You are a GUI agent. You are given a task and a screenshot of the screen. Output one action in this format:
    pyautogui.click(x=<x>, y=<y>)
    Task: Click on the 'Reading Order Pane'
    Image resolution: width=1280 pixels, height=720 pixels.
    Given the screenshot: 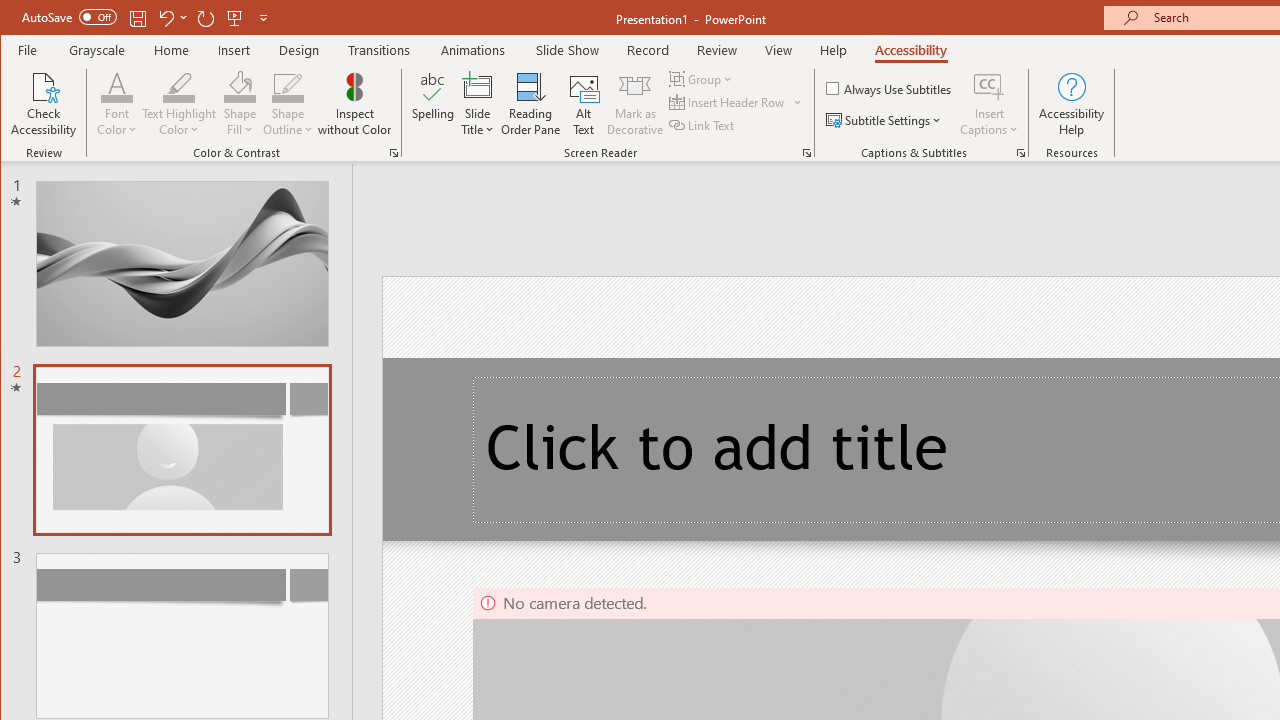 What is the action you would take?
    pyautogui.click(x=531, y=104)
    